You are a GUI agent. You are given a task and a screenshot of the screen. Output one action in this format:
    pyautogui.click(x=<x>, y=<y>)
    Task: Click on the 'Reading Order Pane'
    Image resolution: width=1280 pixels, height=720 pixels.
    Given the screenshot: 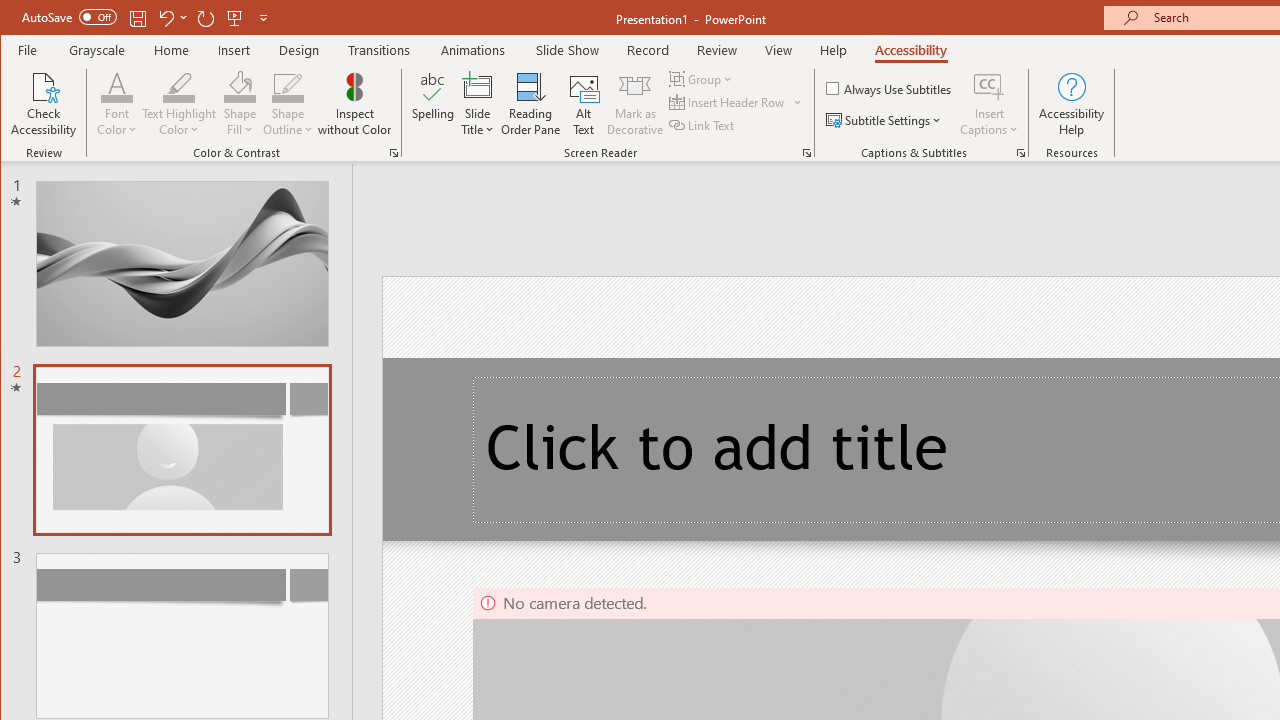 What is the action you would take?
    pyautogui.click(x=531, y=104)
    